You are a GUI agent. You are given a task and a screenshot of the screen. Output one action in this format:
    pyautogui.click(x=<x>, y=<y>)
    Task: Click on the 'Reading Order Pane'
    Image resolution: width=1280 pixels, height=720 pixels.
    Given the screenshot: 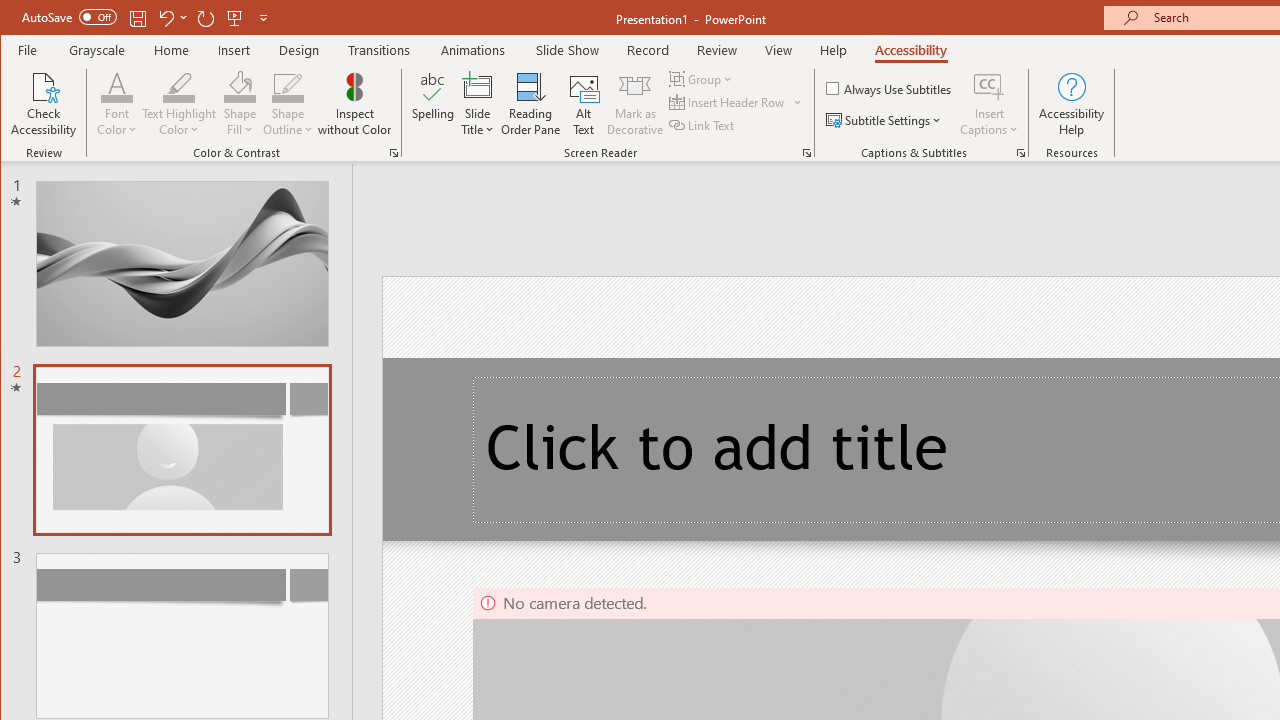 What is the action you would take?
    pyautogui.click(x=531, y=104)
    